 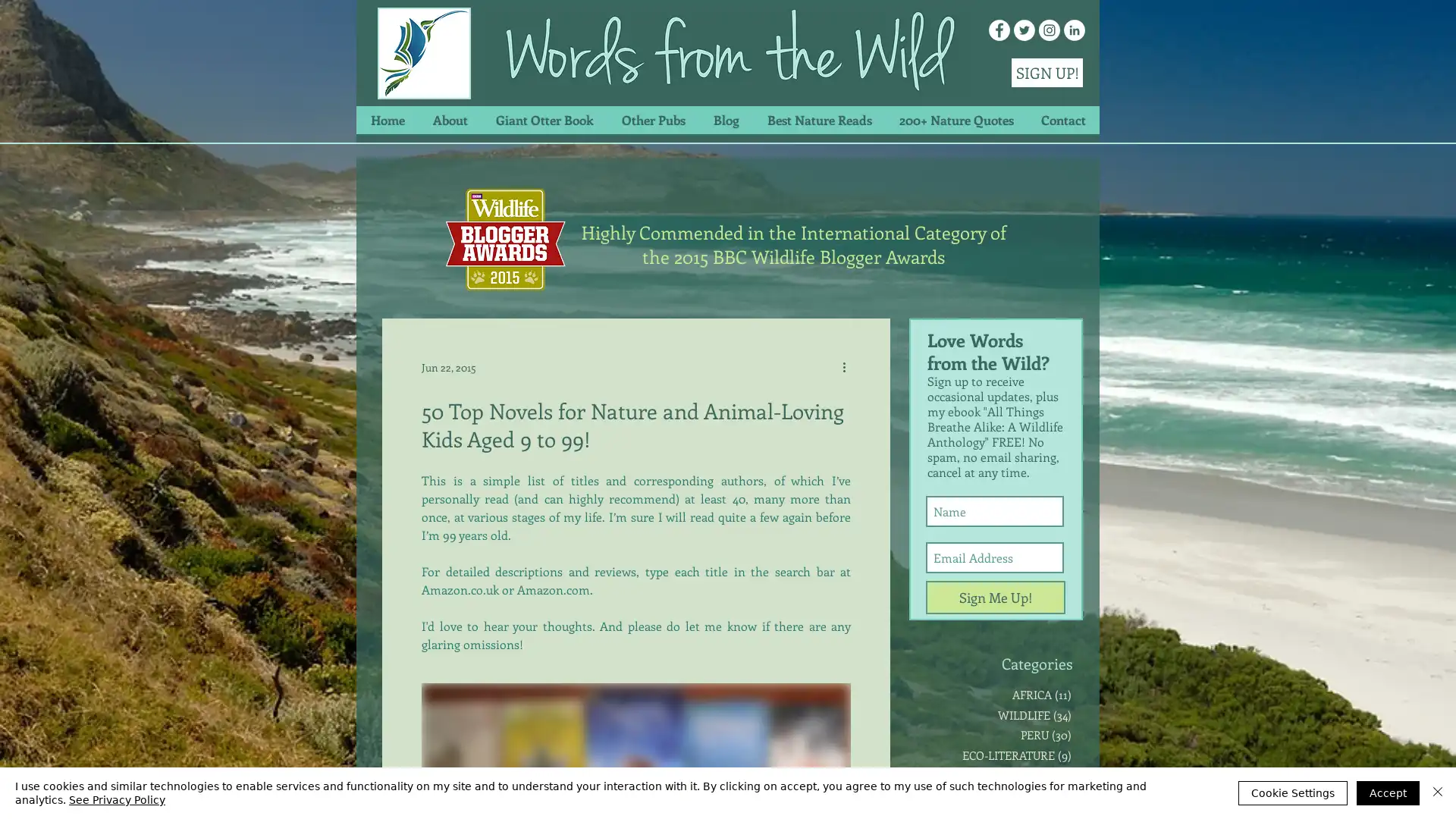 What do you see at coordinates (1388, 792) in the screenshot?
I see `Accept` at bounding box center [1388, 792].